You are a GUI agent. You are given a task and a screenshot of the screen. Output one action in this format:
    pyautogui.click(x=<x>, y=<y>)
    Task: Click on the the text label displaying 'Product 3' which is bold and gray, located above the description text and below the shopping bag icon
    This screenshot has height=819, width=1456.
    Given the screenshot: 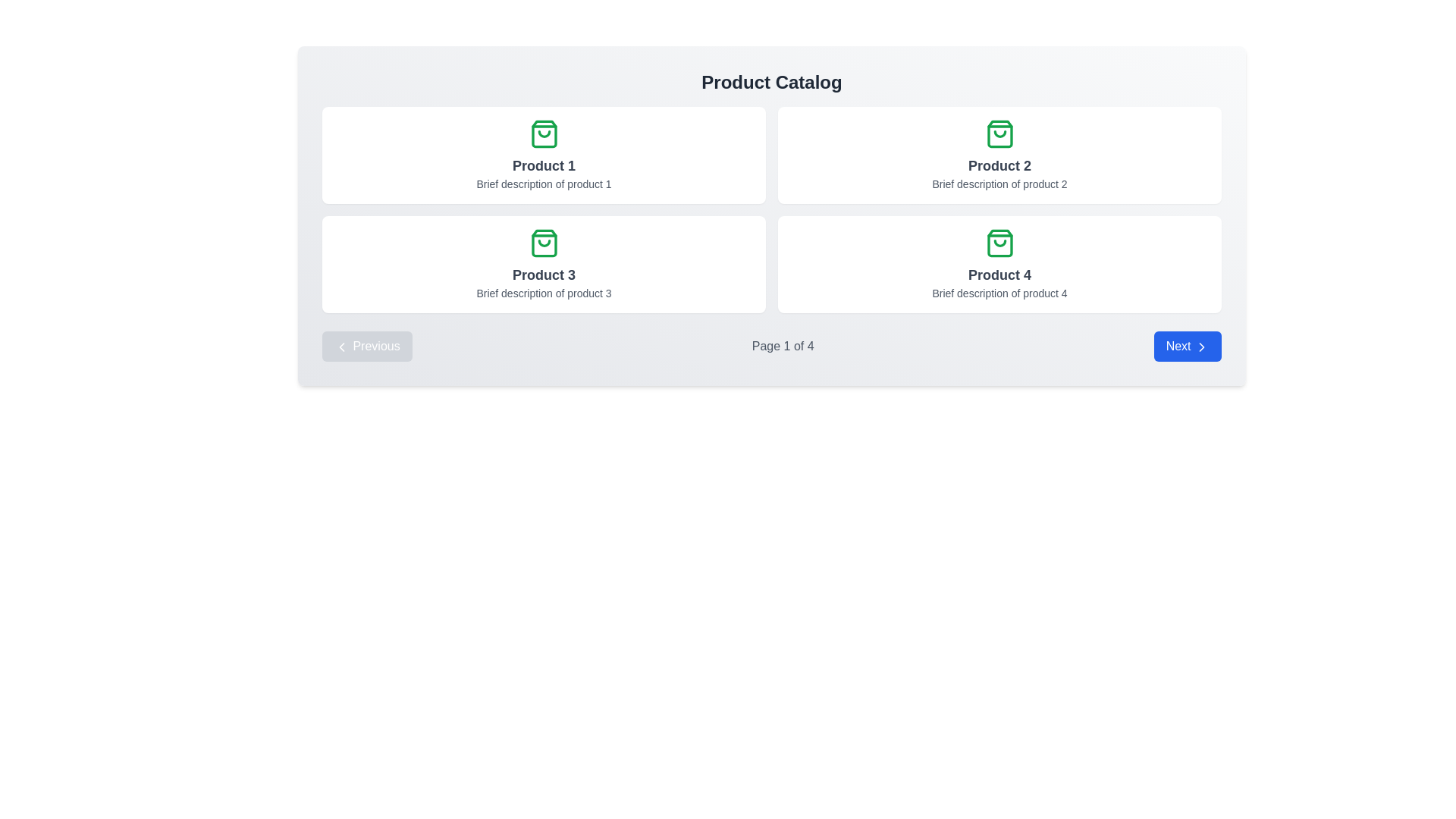 What is the action you would take?
    pyautogui.click(x=544, y=275)
    